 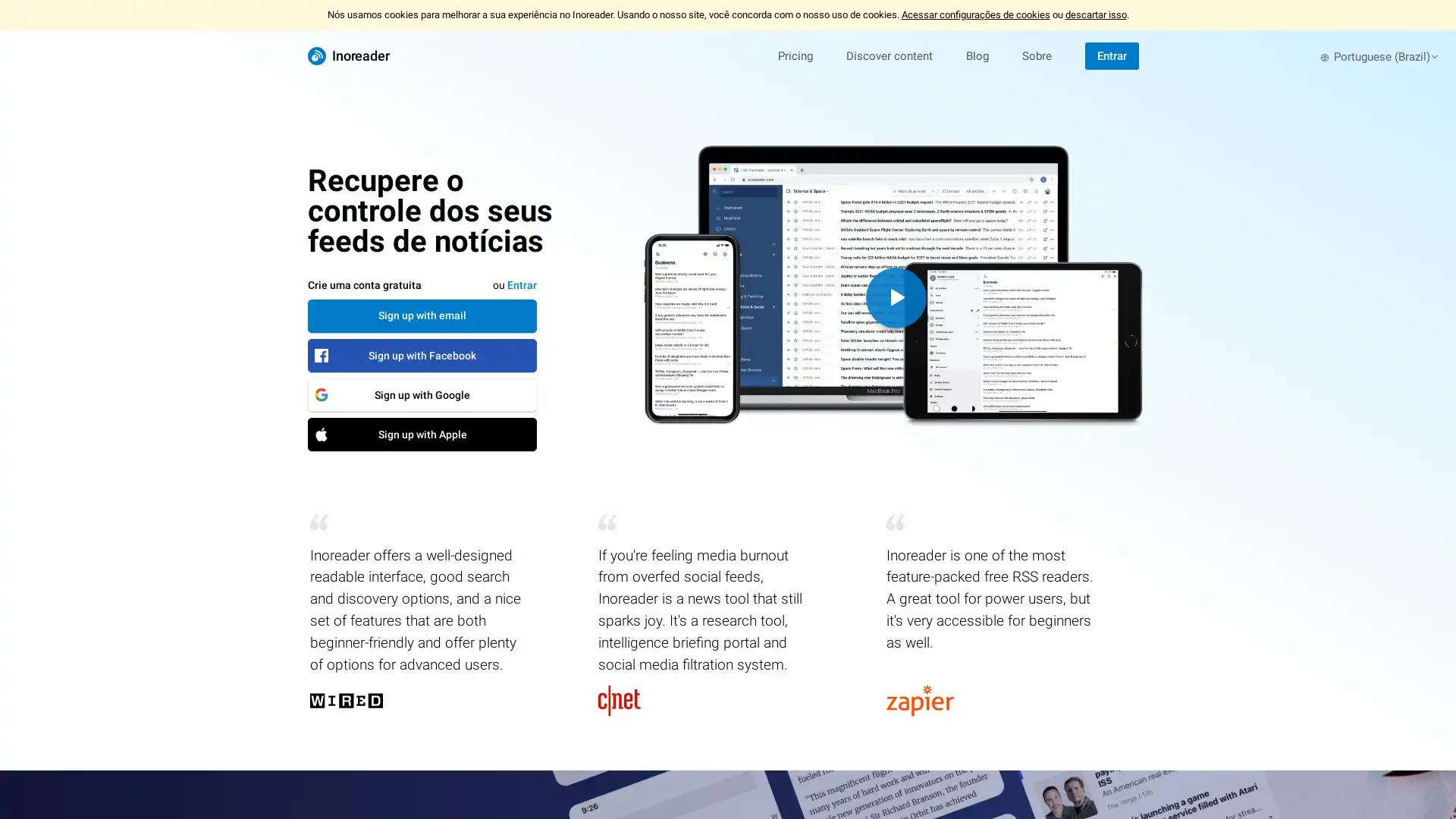 I want to click on Sign up with Google, so click(x=422, y=394).